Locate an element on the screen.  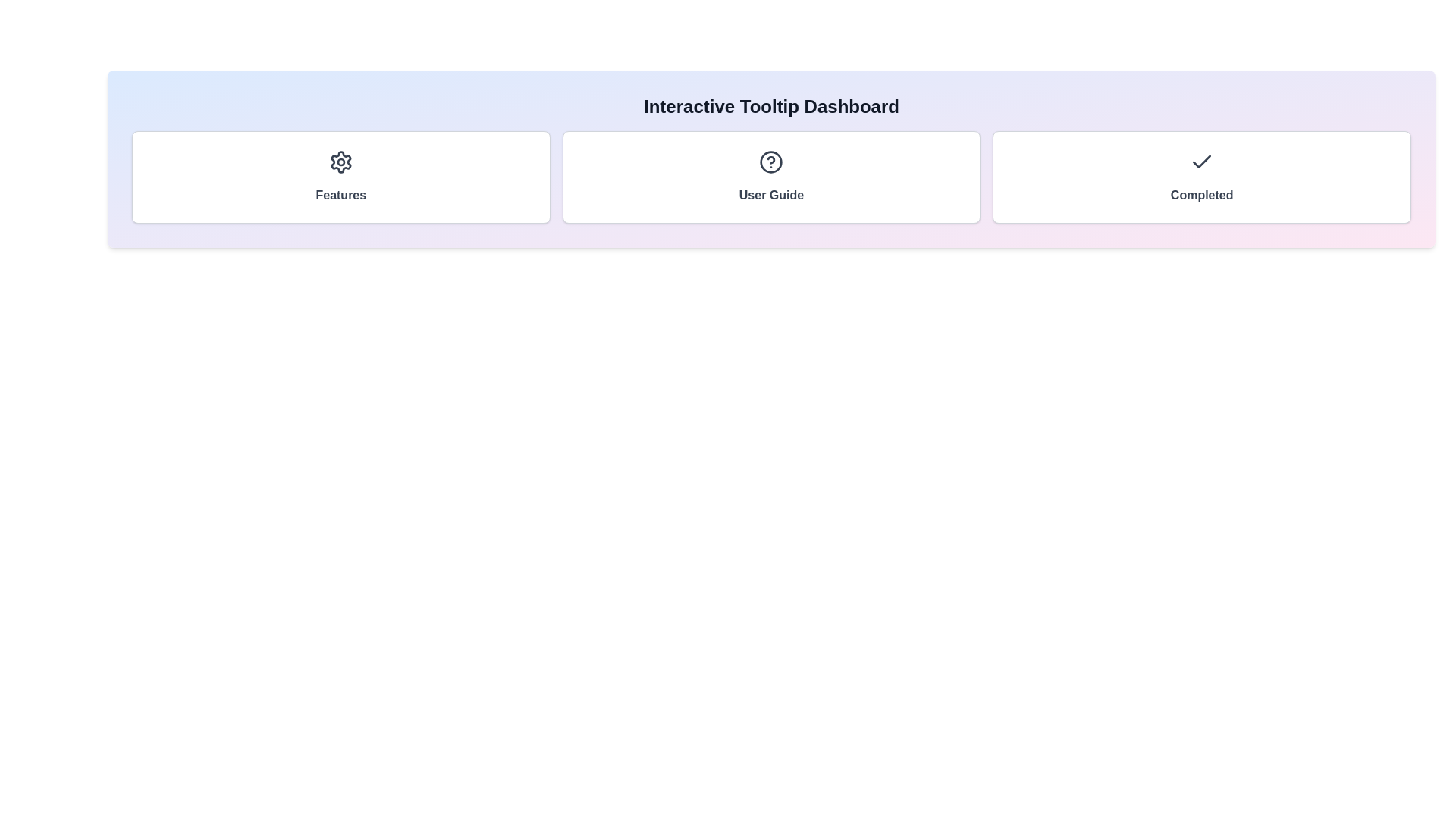
the checkmark icon indicating task completion within the 'Completed' card component on the right-hand side of the horizontal menu bar is located at coordinates (1201, 162).